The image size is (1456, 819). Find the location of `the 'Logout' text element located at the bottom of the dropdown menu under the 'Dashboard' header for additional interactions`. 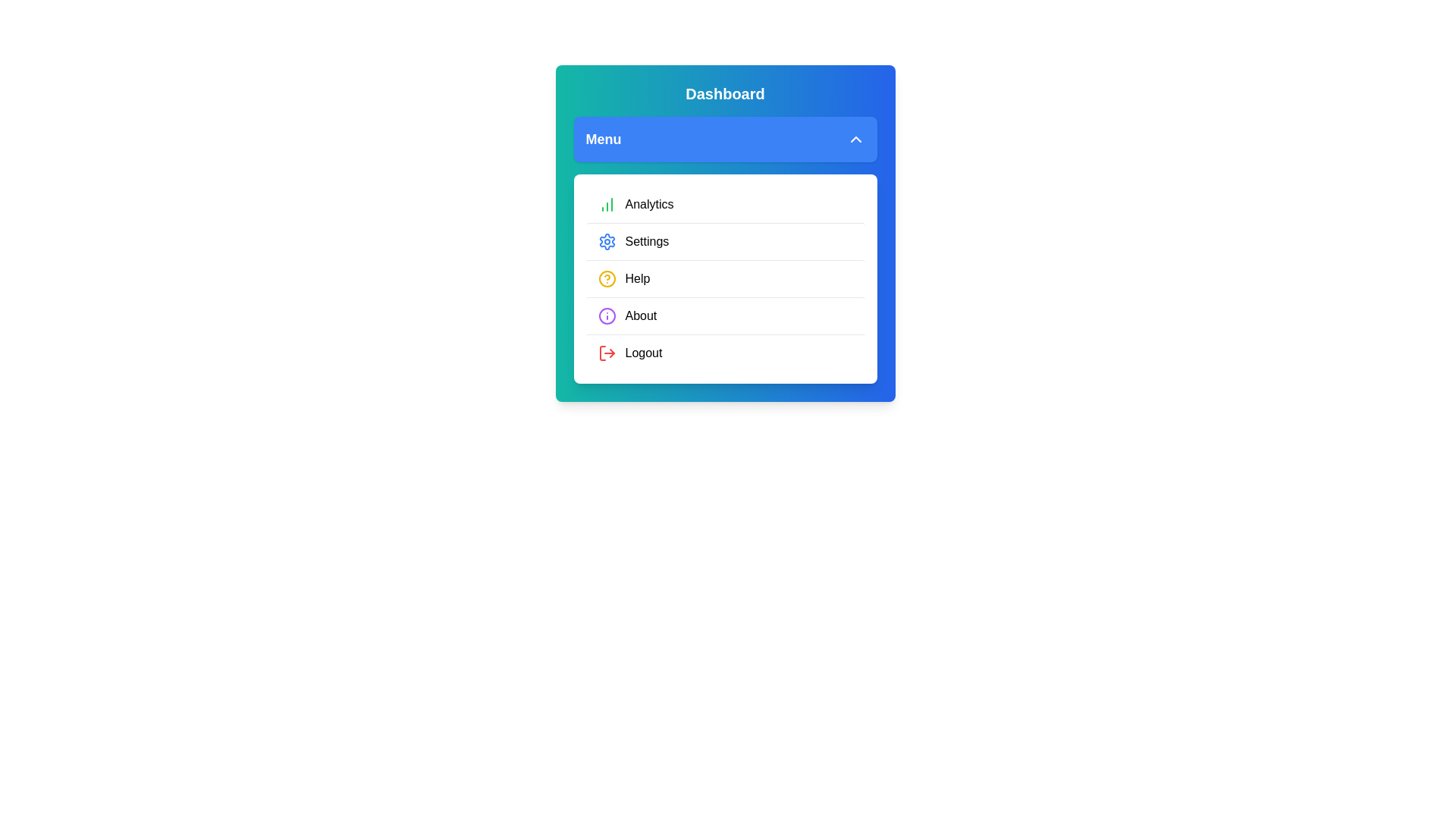

the 'Logout' text element located at the bottom of the dropdown menu under the 'Dashboard' header for additional interactions is located at coordinates (644, 353).